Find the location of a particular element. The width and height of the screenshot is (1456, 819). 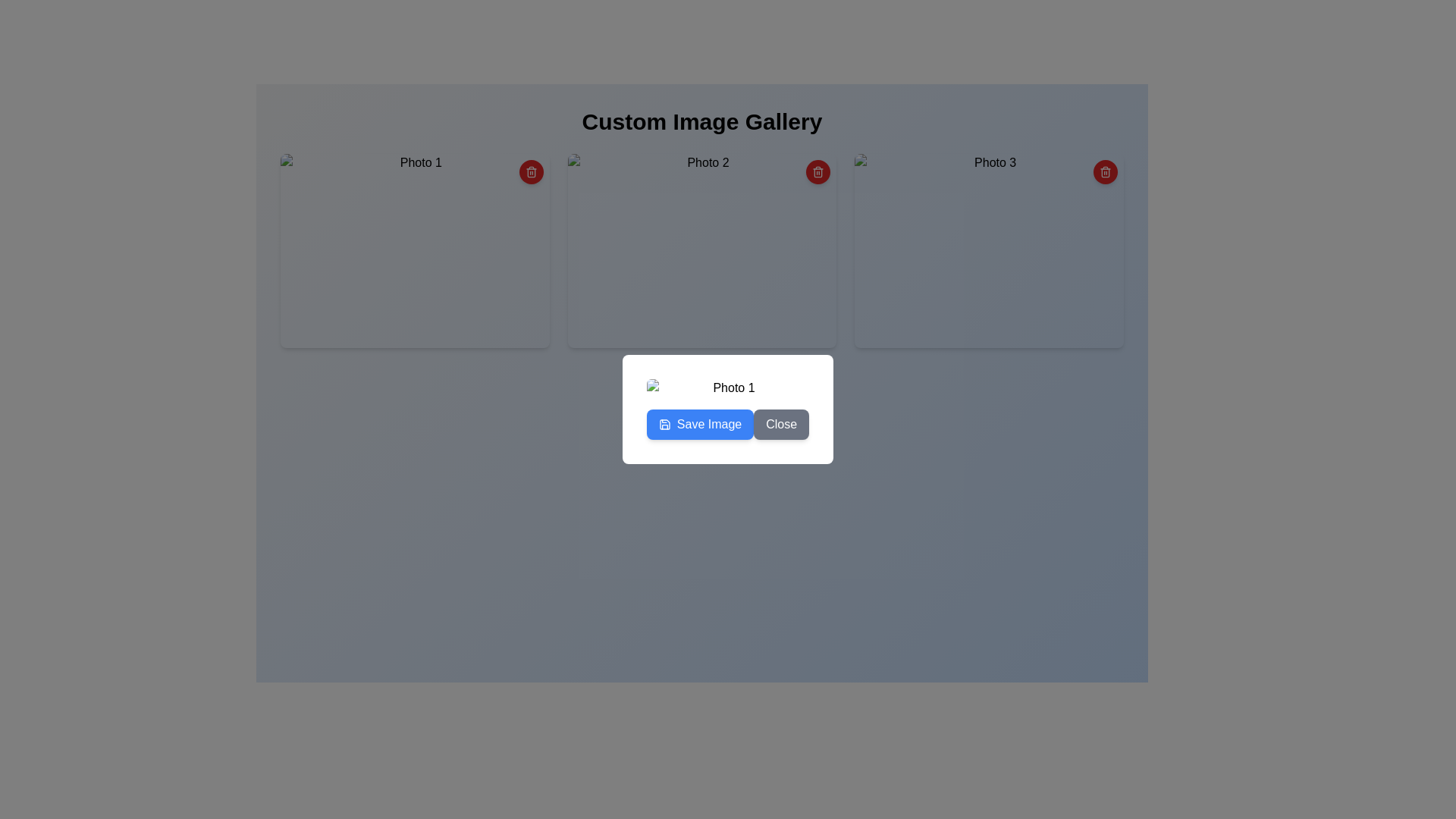

text label that displays 'Custom Image Gallery', which is a large, bold header element located at the top center of the interface is located at coordinates (701, 121).